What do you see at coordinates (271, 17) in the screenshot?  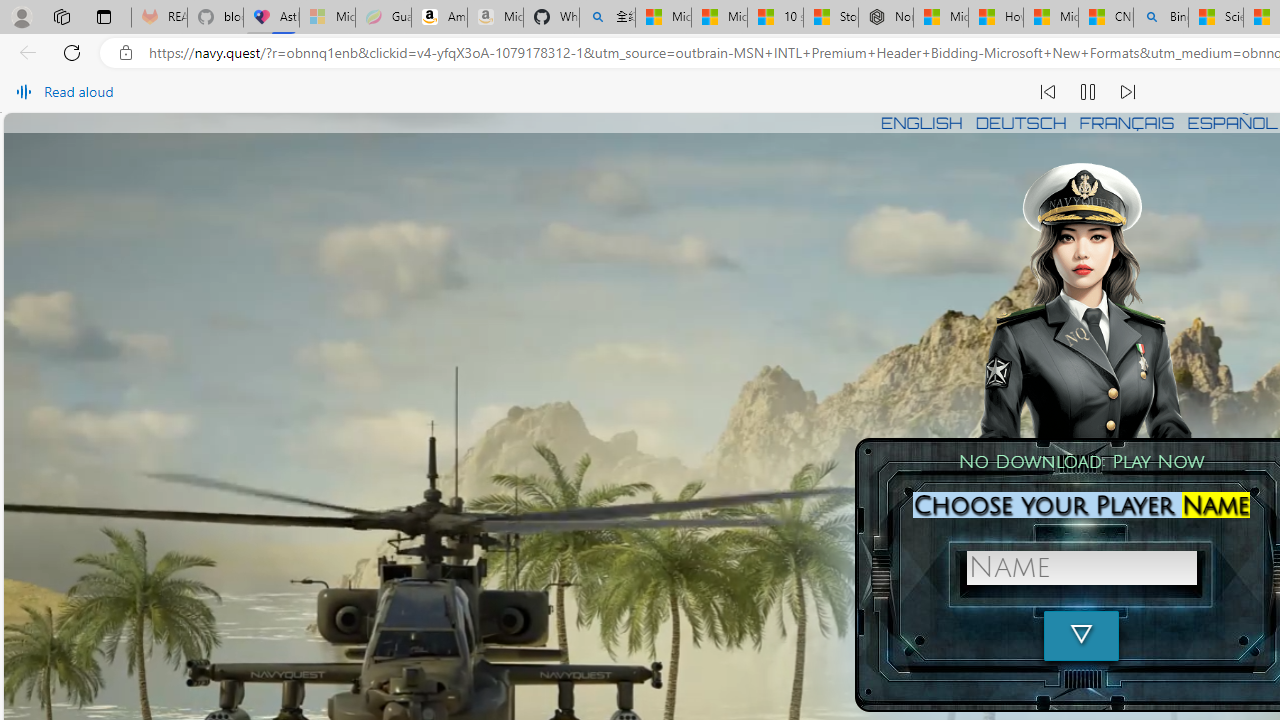 I see `'Asthma Inhalers: Names and Types'` at bounding box center [271, 17].